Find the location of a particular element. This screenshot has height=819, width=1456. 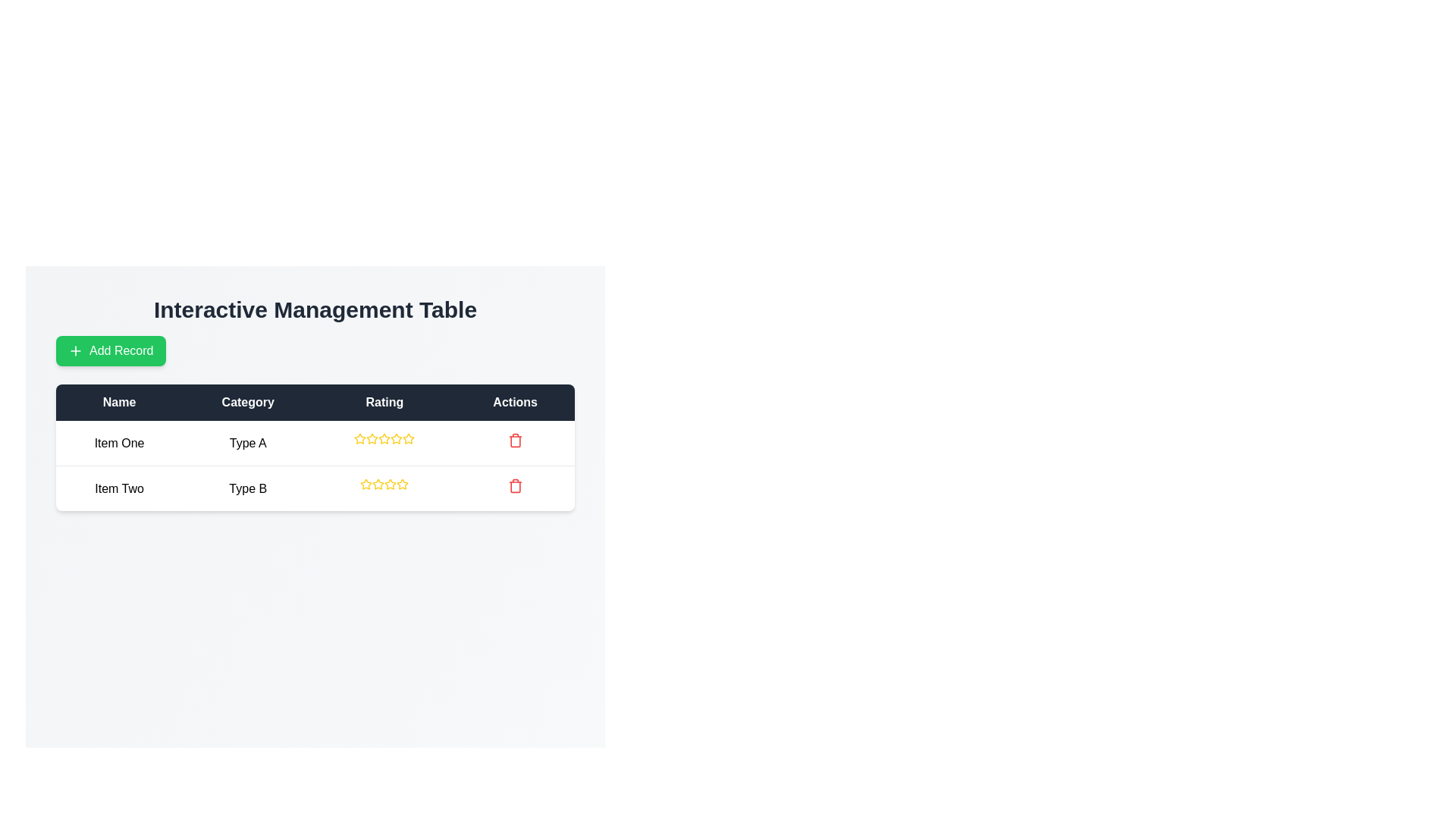

the static text element that serves as the label for the entry in the first row of the table, identifying the name or title of the item, positioned in the first column labeled 'Name' is located at coordinates (118, 443).